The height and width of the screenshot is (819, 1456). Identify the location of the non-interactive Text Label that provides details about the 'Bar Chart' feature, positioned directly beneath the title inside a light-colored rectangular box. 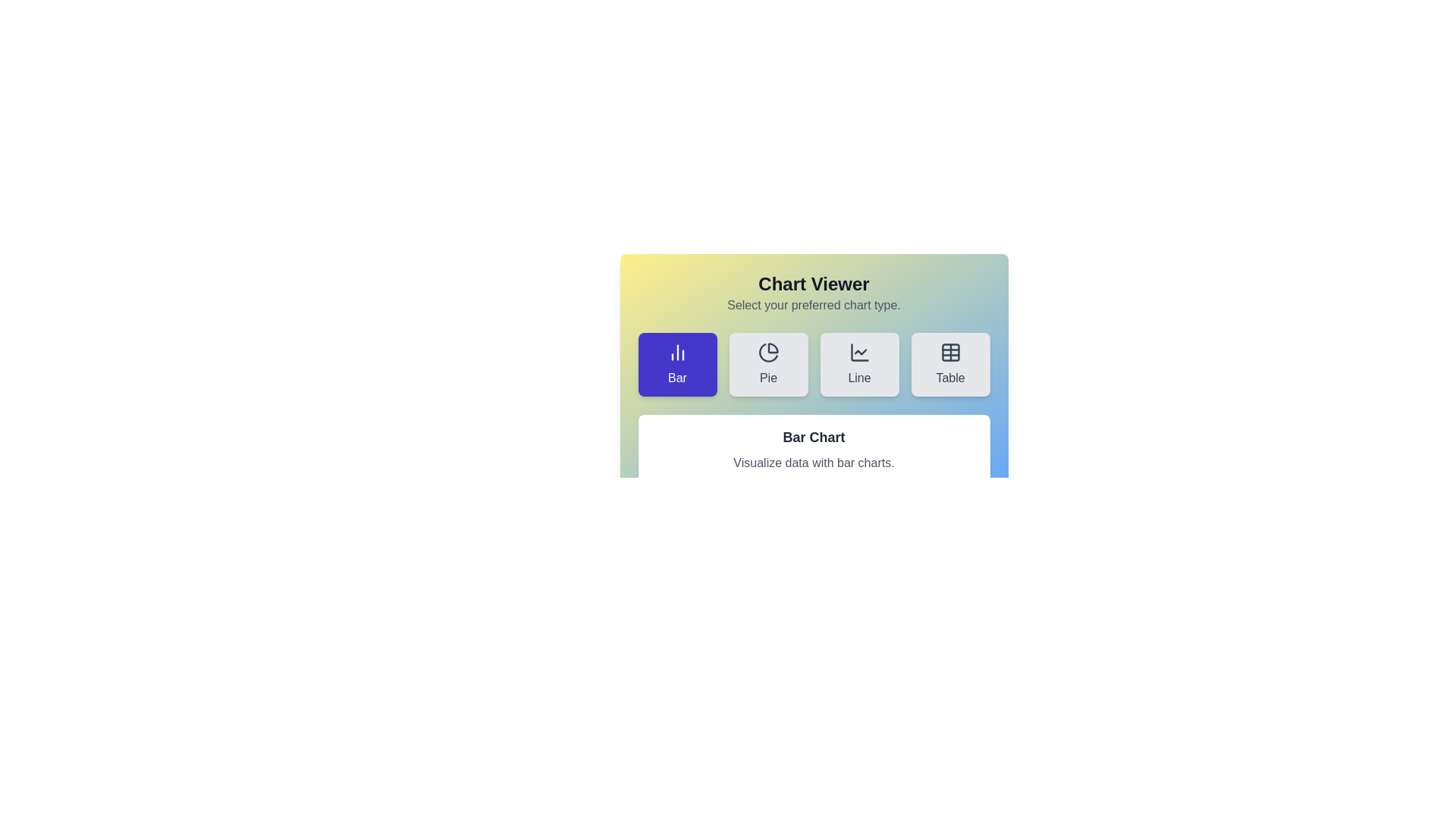
(813, 462).